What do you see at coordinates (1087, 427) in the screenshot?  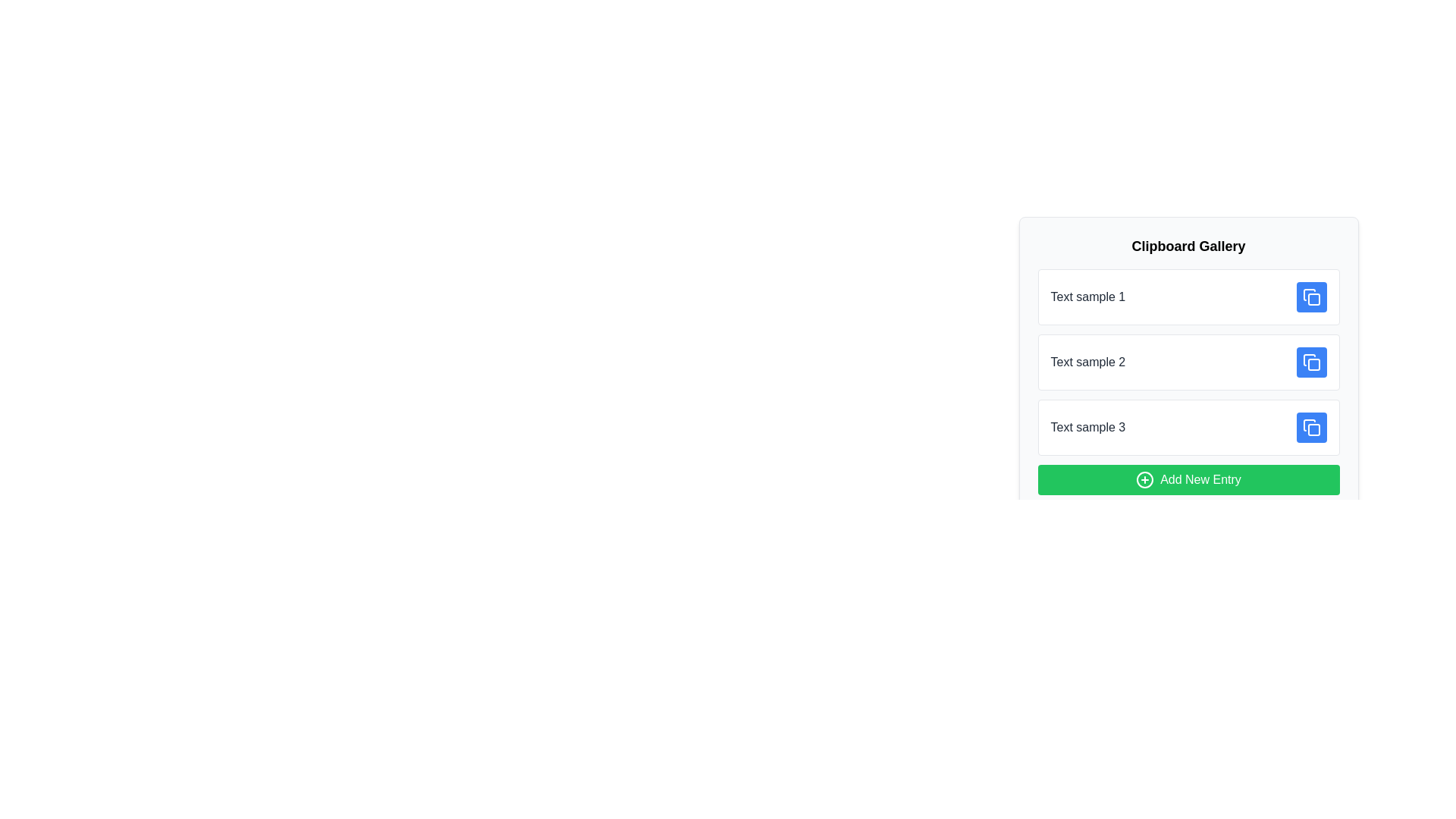 I see `the text label reading 'Text sample 3' which is displayed in a medium-weight font with a dark gray color, located in the third card of a vertical list of cards` at bounding box center [1087, 427].